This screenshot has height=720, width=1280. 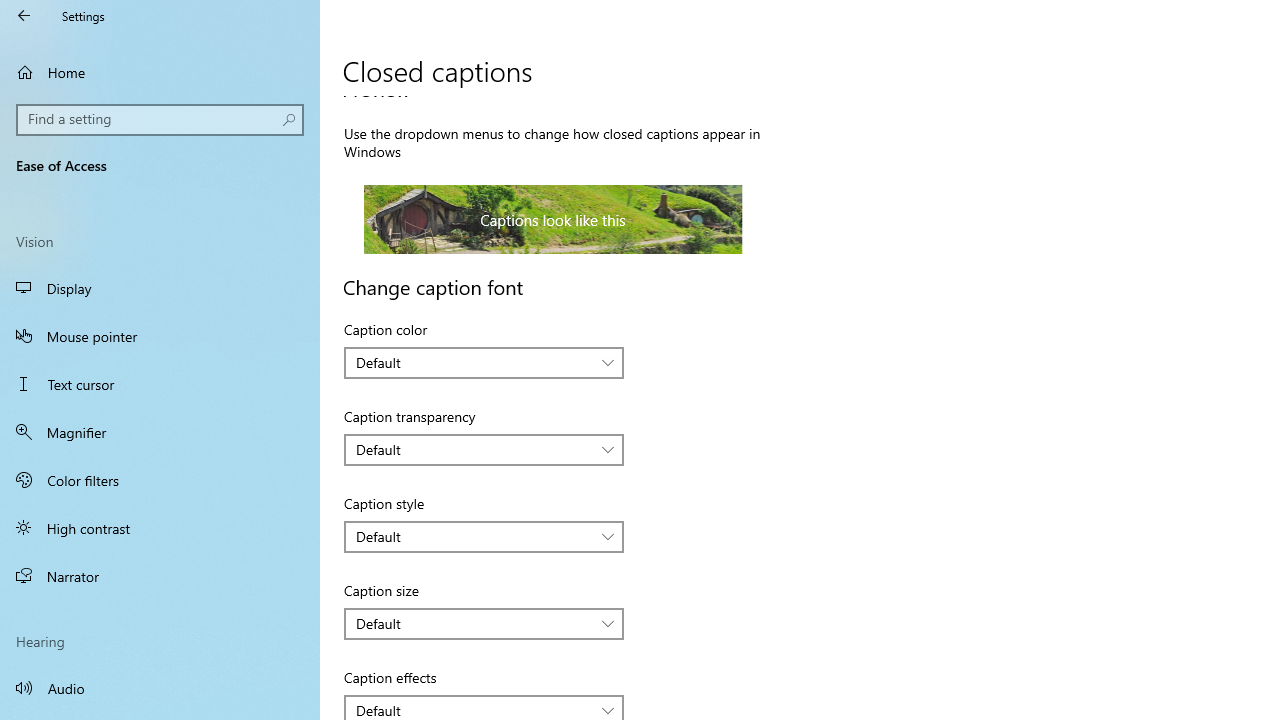 I want to click on 'Color filters', so click(x=160, y=479).